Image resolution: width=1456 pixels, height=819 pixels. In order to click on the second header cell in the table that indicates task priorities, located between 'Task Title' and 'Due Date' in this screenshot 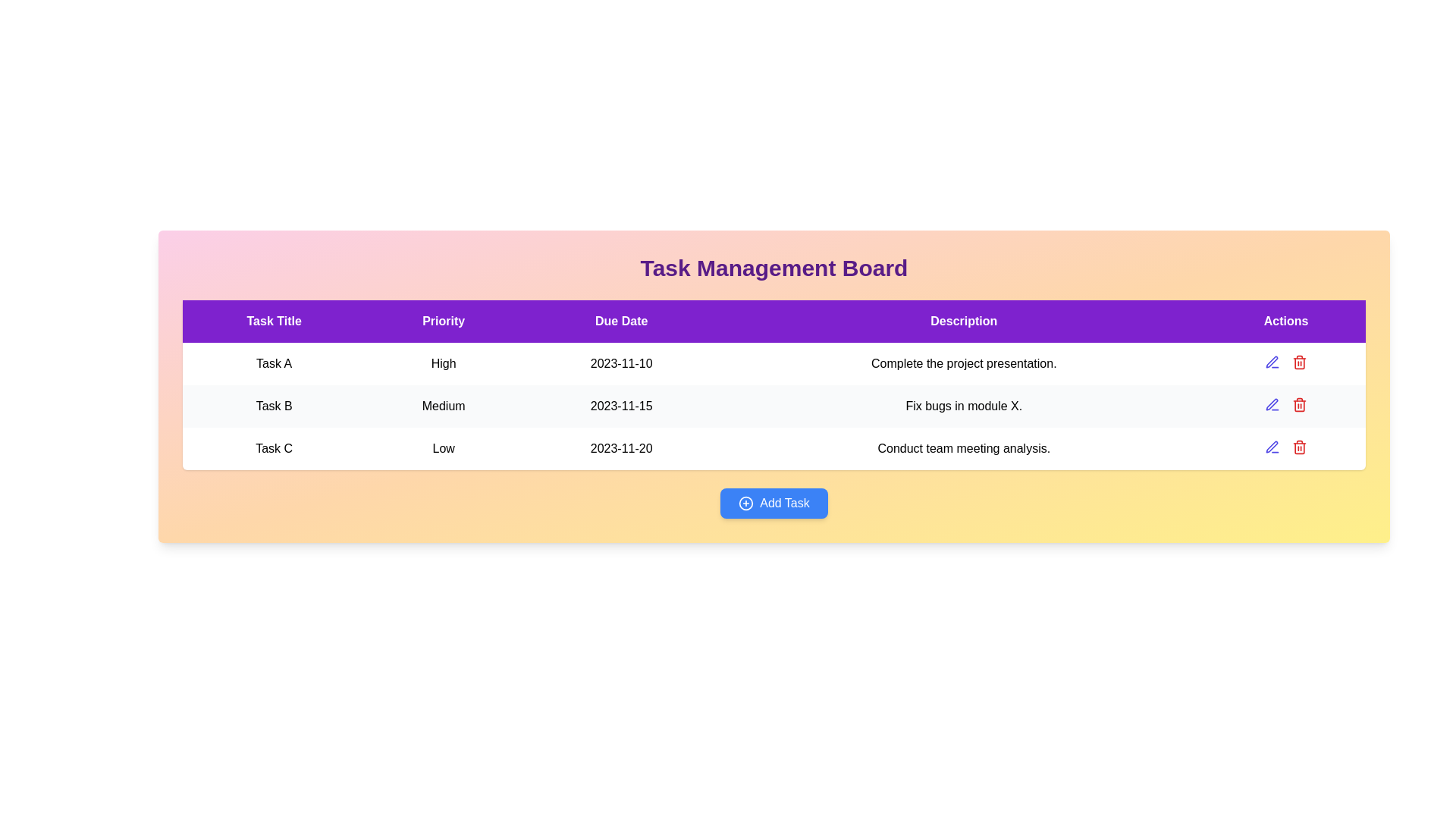, I will do `click(443, 321)`.